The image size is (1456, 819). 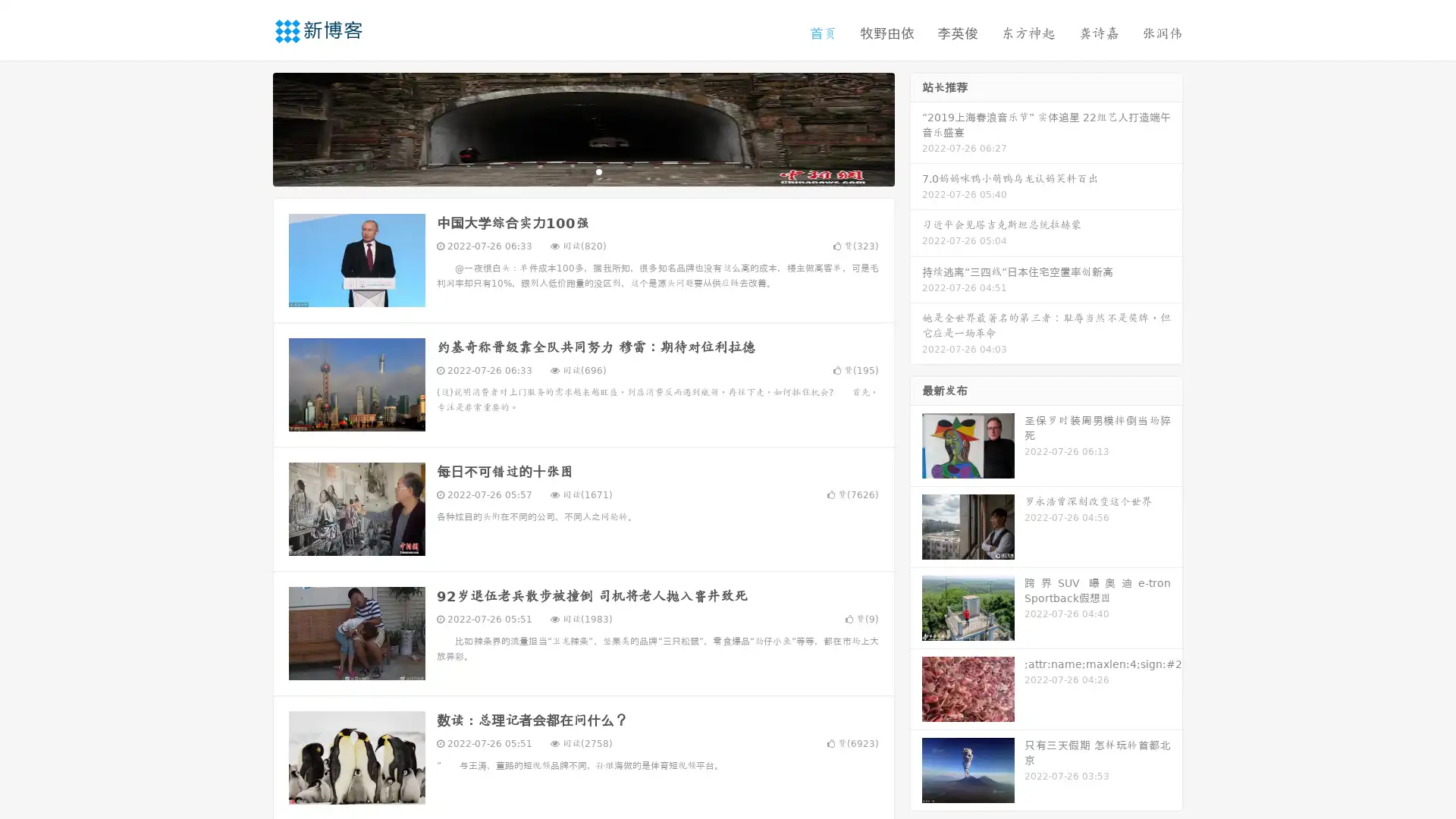 What do you see at coordinates (598, 171) in the screenshot?
I see `Go to slide 3` at bounding box center [598, 171].